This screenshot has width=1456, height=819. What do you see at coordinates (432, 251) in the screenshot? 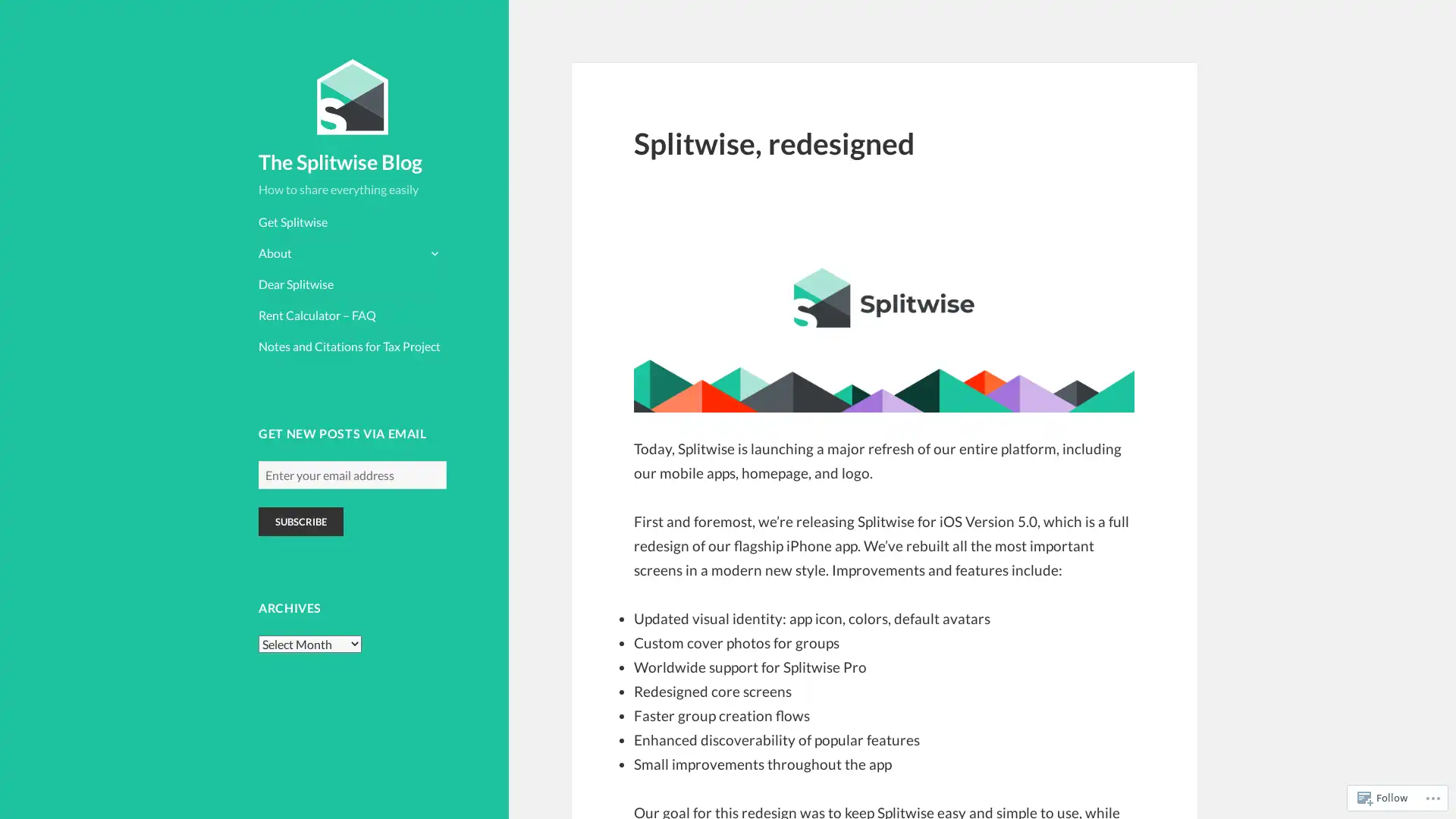
I see `expand child menu` at bounding box center [432, 251].